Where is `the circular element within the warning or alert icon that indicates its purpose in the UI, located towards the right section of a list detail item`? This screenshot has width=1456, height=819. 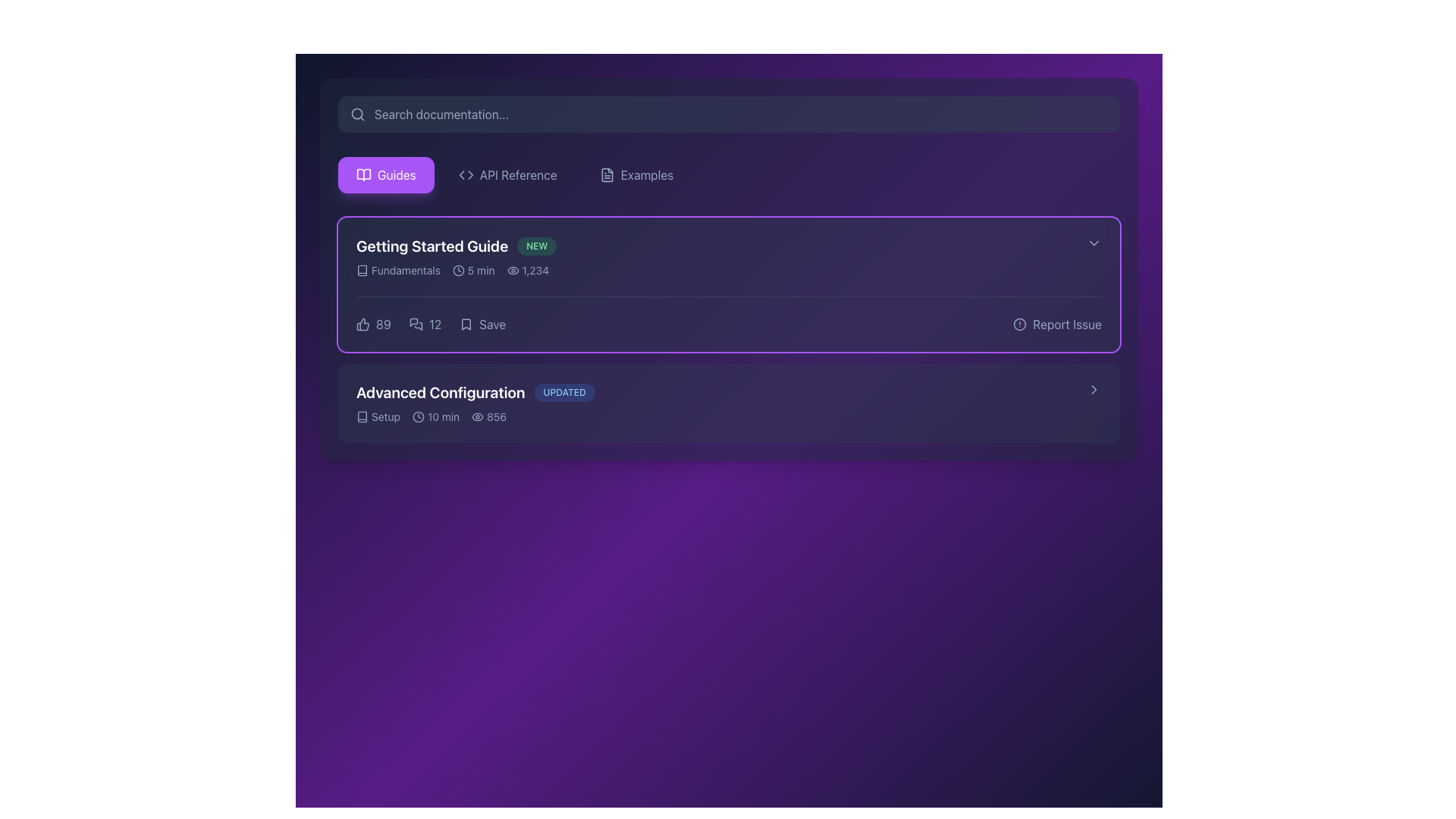
the circular element within the warning or alert icon that indicates its purpose in the UI, located towards the right section of a list detail item is located at coordinates (1020, 324).